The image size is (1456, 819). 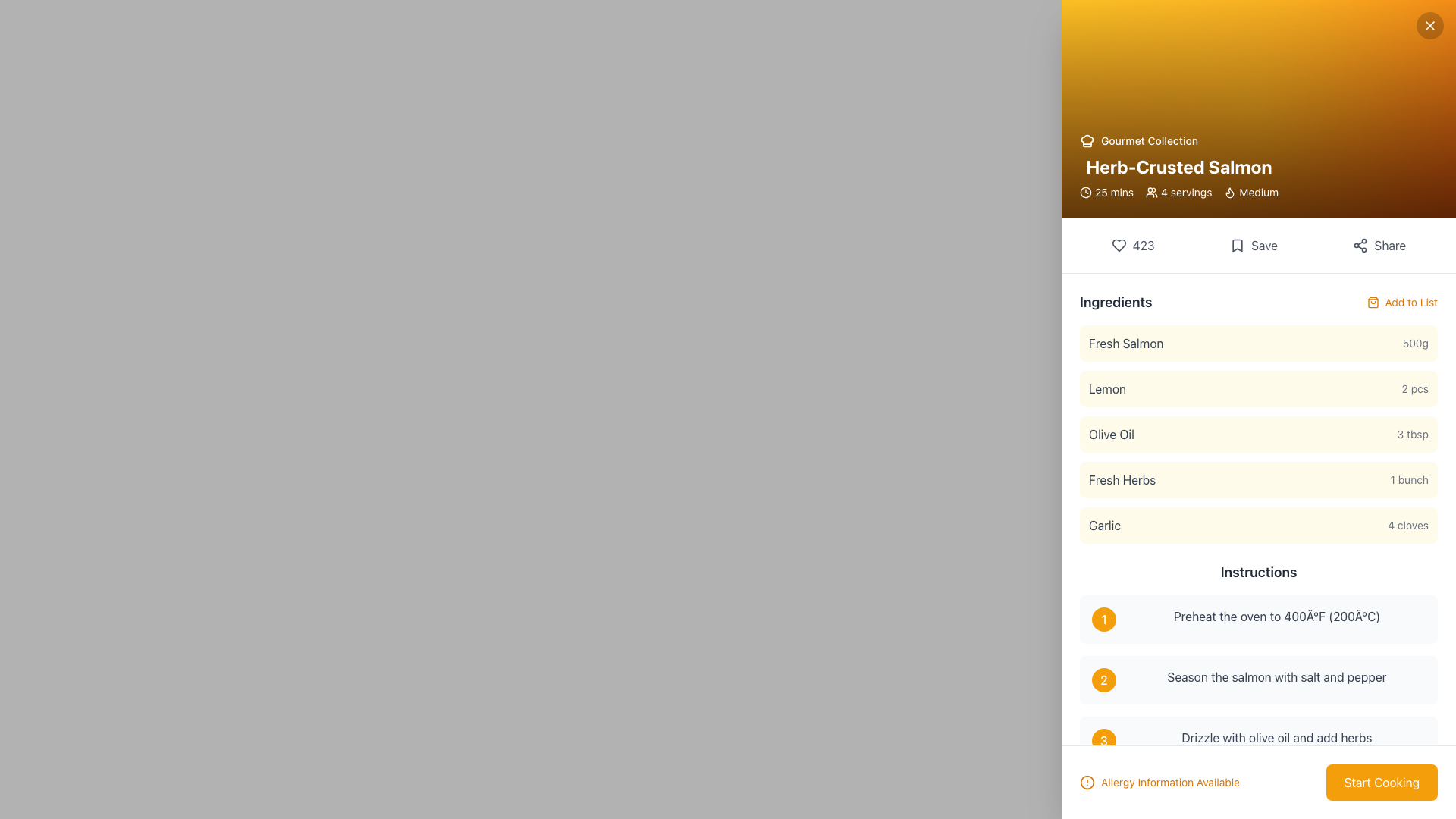 What do you see at coordinates (1251, 192) in the screenshot?
I see `the 'Medium' difficulty level label, which is the third item in a horizontal row of recipe details located near the top-right quadrant of the interface` at bounding box center [1251, 192].